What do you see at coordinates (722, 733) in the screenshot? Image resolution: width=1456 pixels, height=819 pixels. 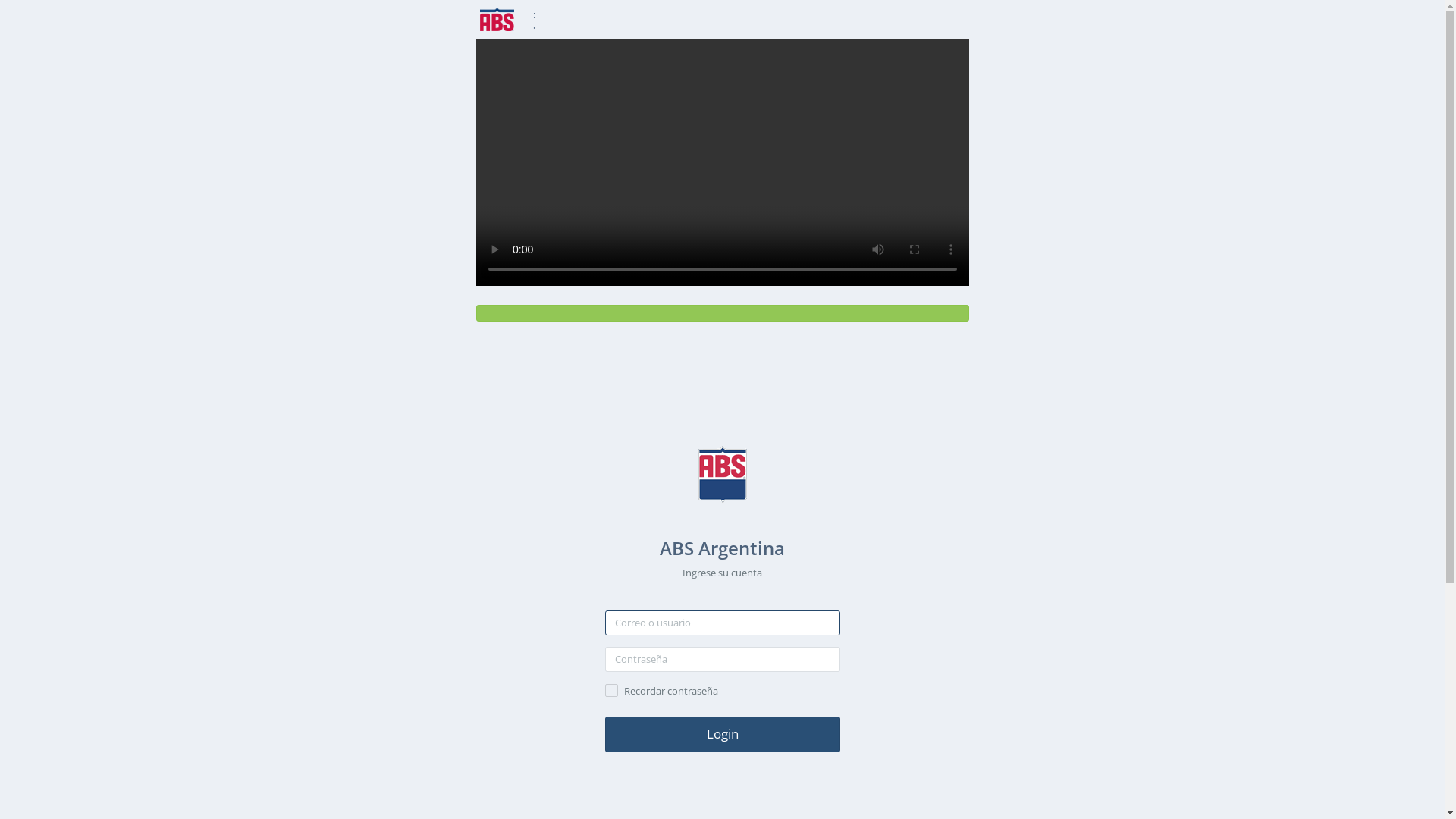 I see `'Login'` at bounding box center [722, 733].